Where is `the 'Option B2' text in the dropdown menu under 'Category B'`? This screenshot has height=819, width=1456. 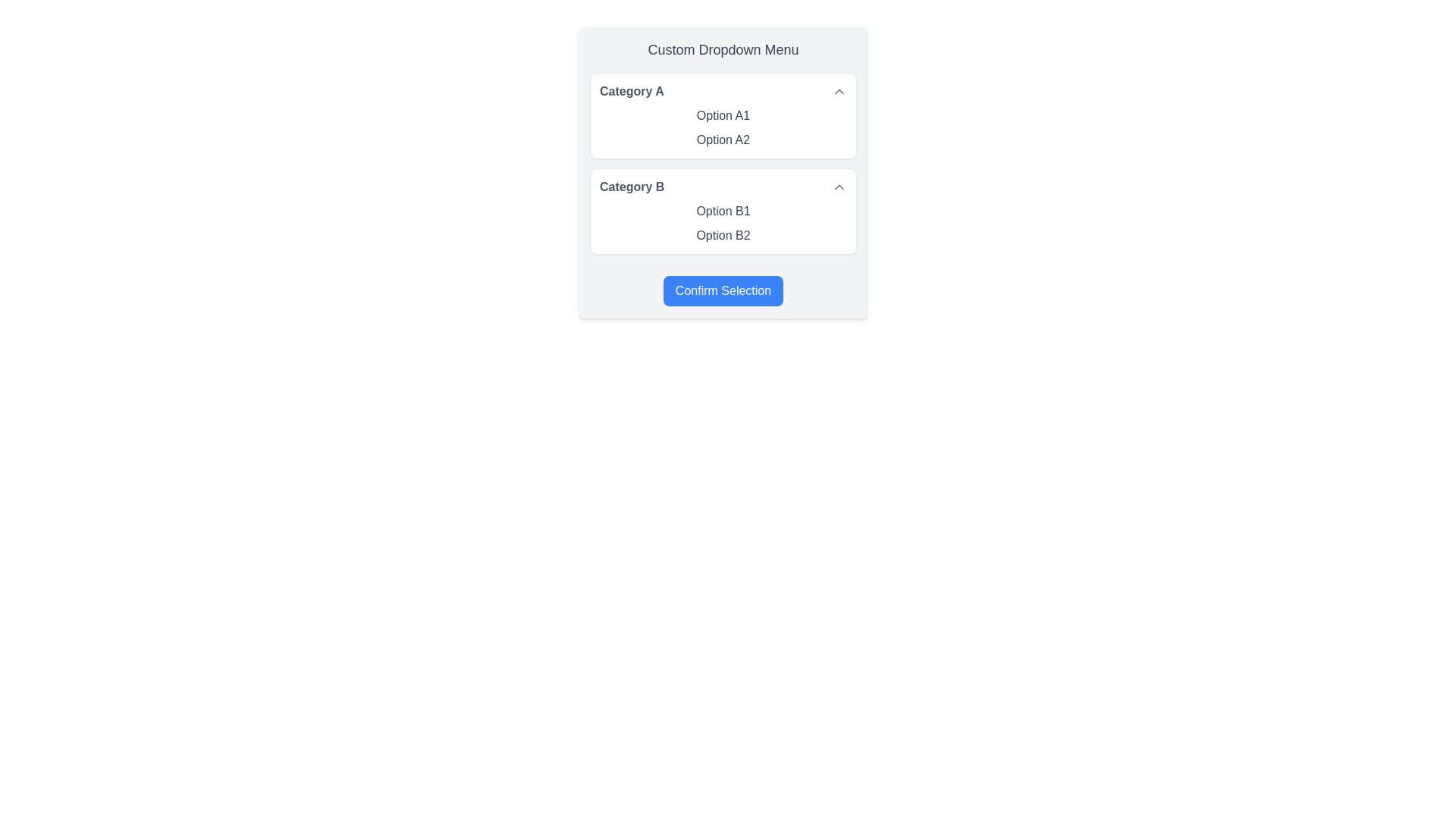 the 'Option B2' text in the dropdown menu under 'Category B' is located at coordinates (723, 236).